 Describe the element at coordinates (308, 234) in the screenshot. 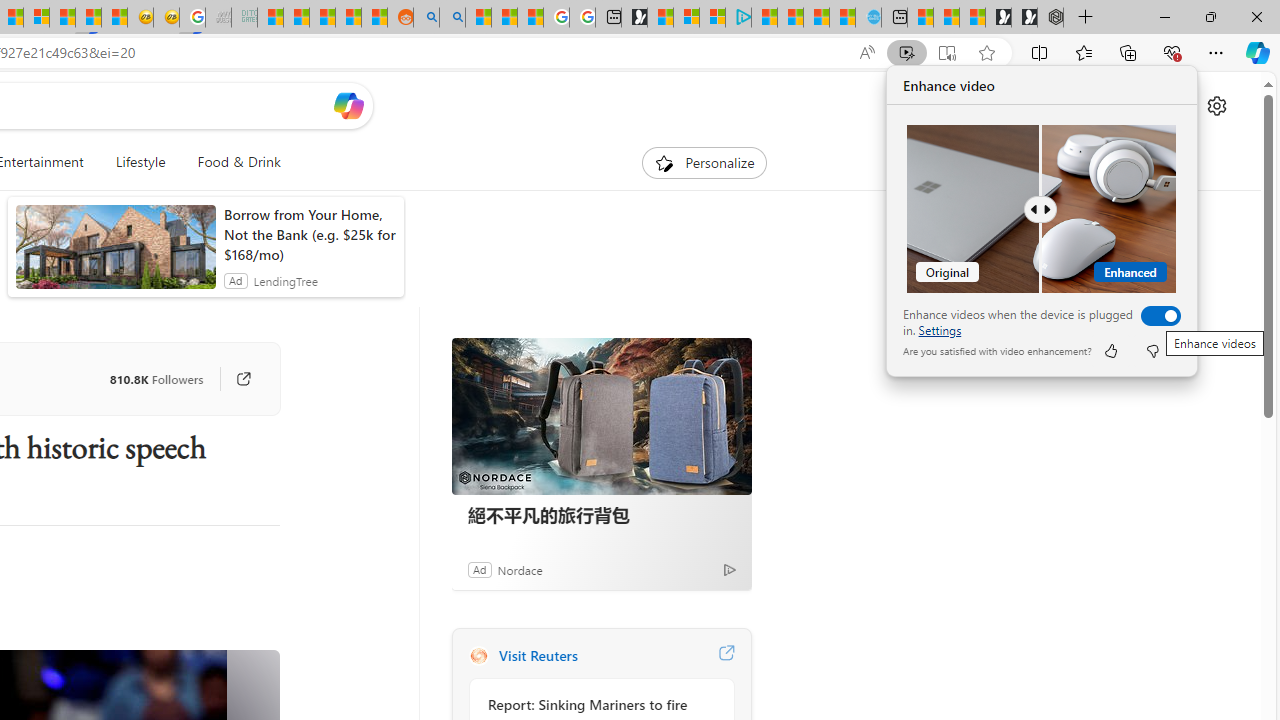

I see `'Borrow from Your Home, Not the Bank (e.g. $25k for $168/mo)'` at that location.